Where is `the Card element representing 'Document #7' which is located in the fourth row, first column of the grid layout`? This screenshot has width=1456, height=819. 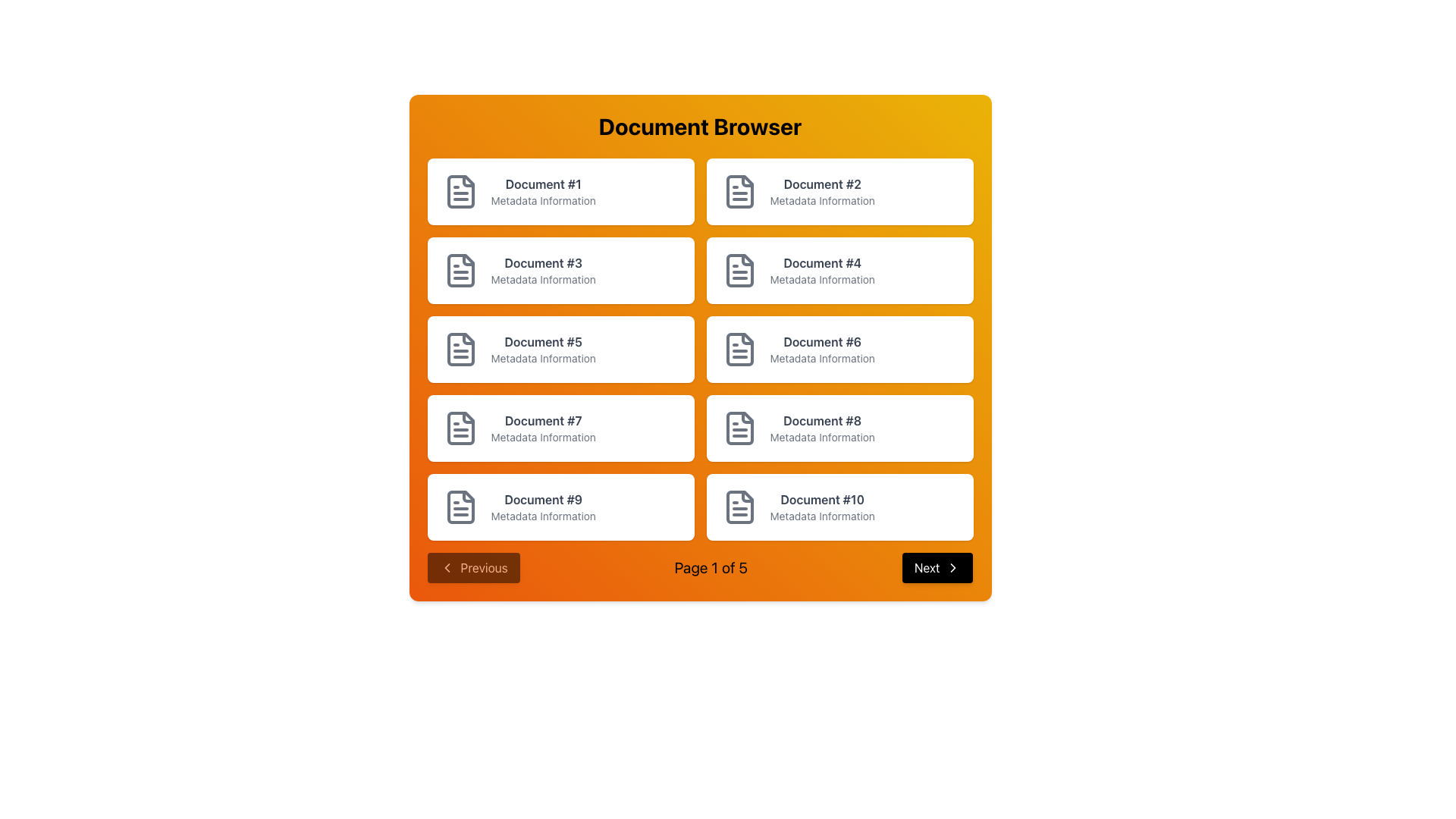
the Card element representing 'Document #7' which is located in the fourth row, first column of the grid layout is located at coordinates (560, 428).